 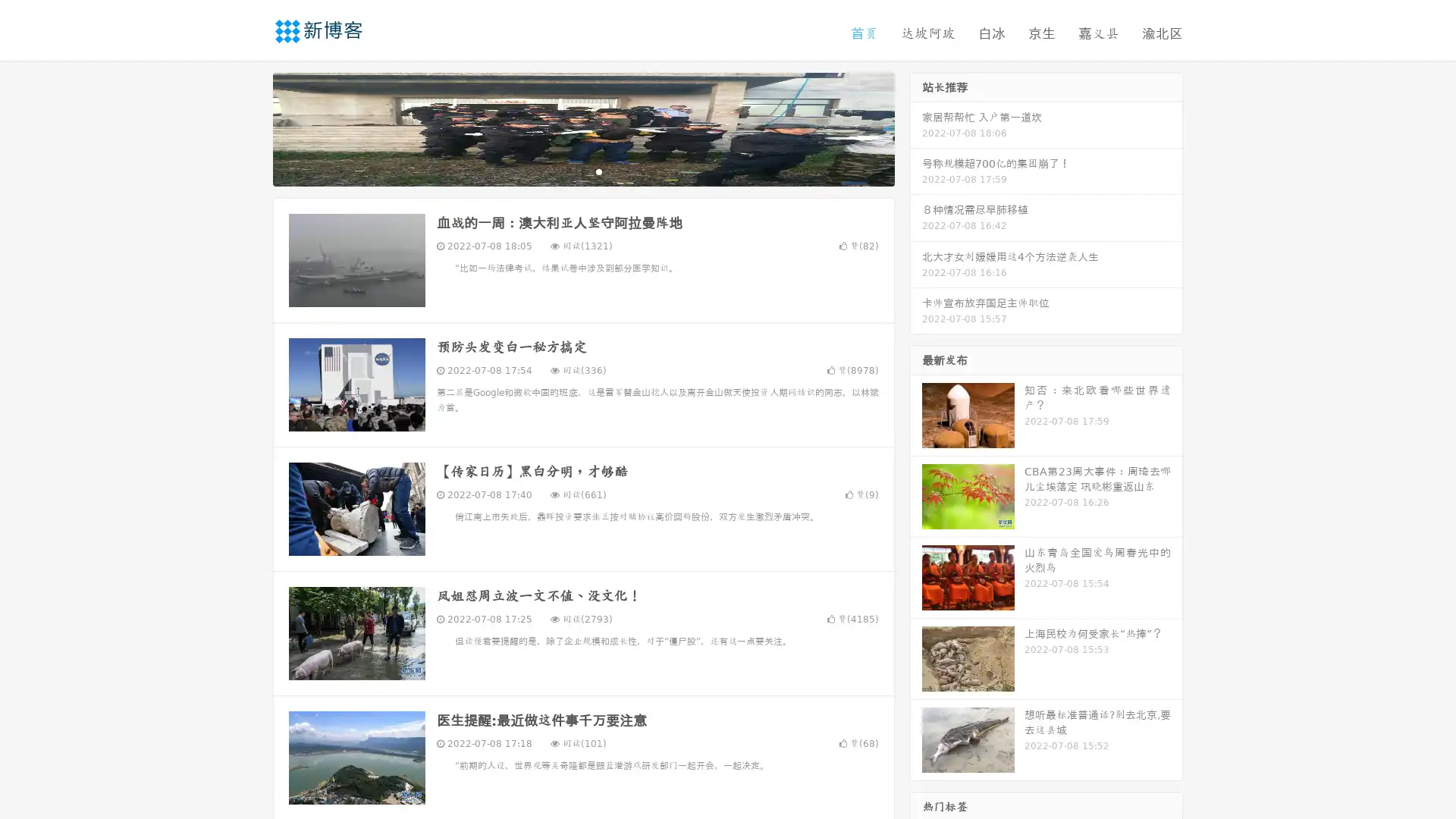 What do you see at coordinates (582, 171) in the screenshot?
I see `Go to slide 2` at bounding box center [582, 171].